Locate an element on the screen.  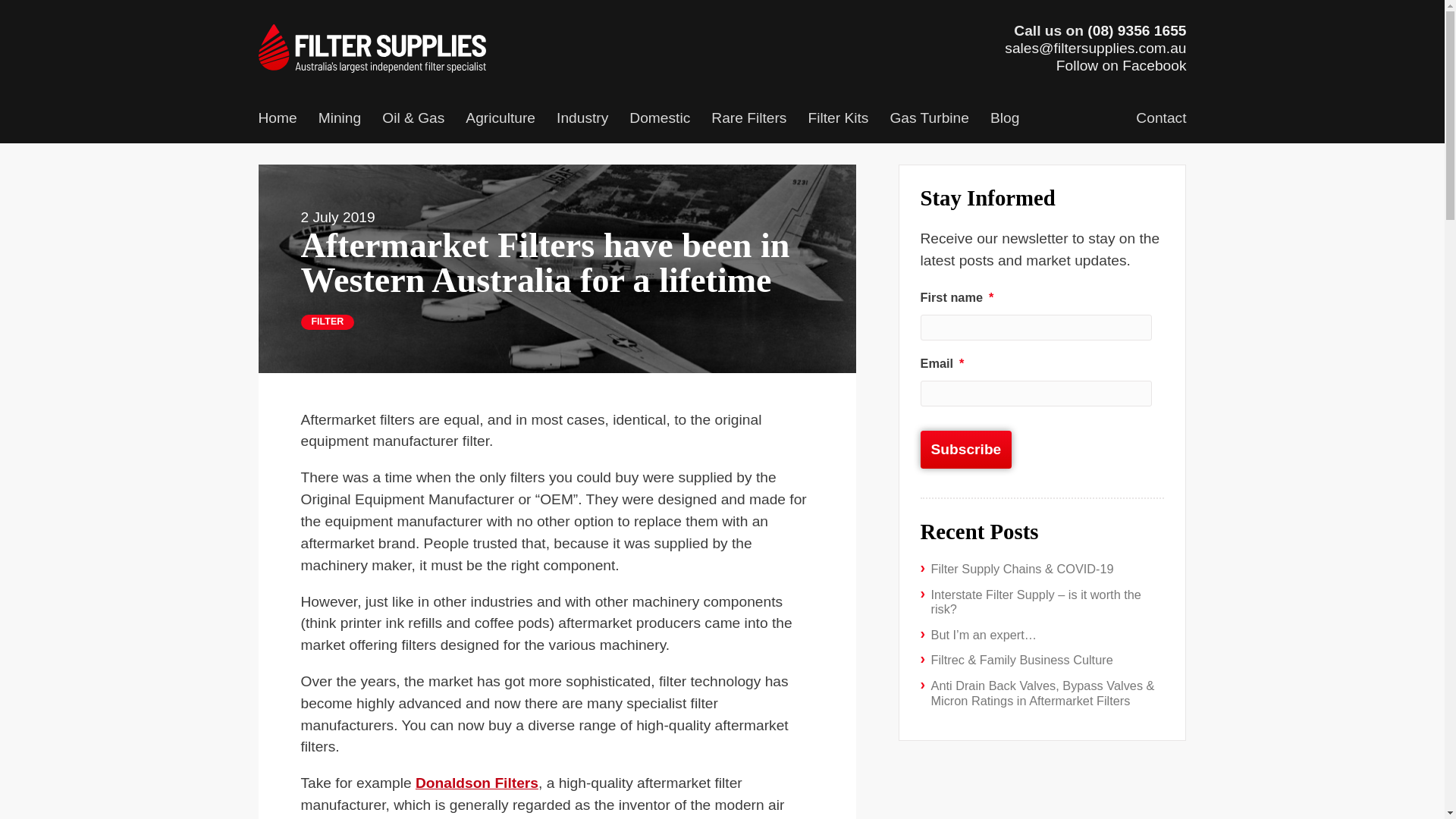
'Subscribe' is located at coordinates (965, 449).